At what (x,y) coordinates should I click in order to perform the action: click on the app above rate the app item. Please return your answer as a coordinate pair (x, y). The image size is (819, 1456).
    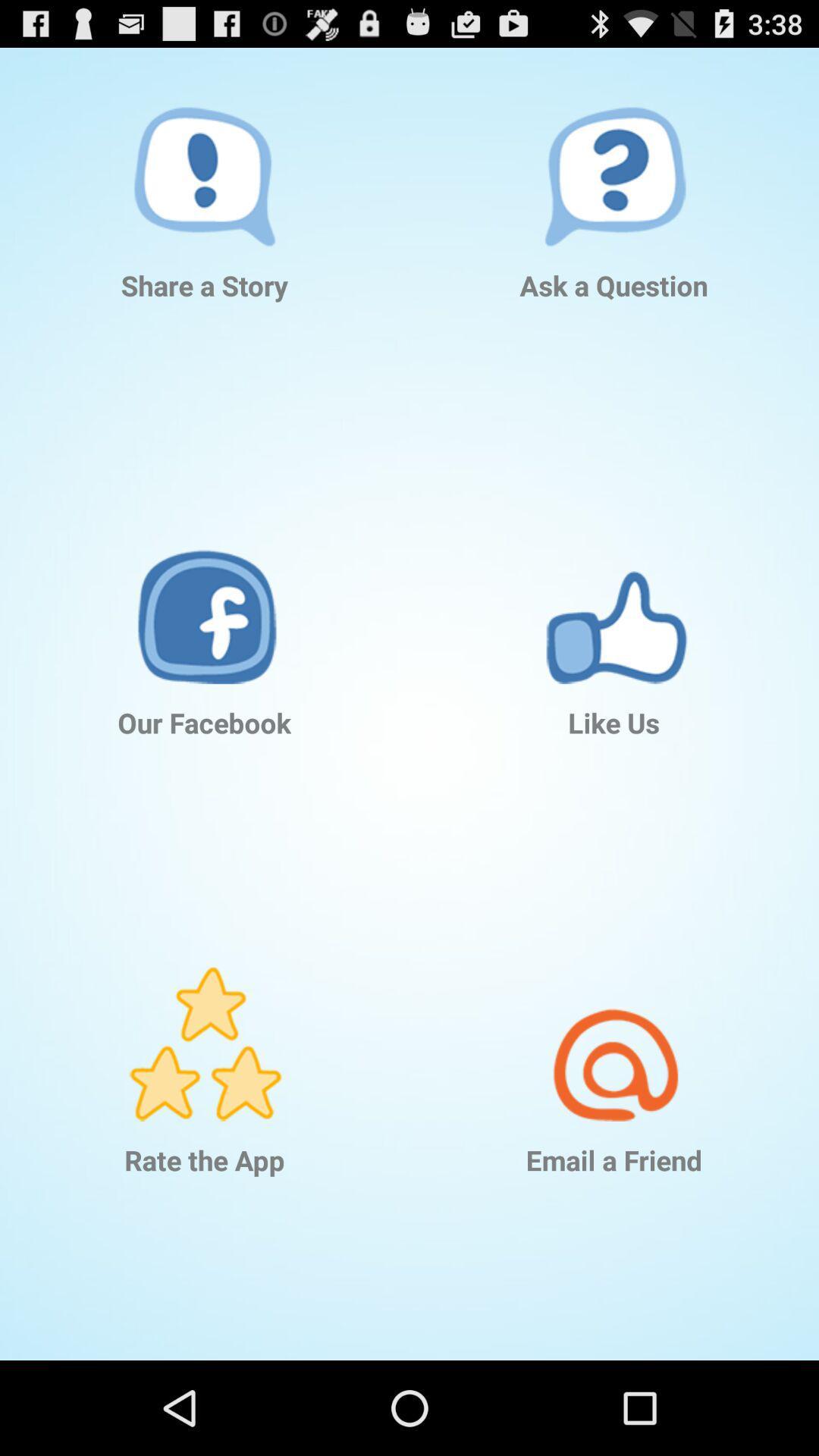
    Looking at the image, I should click on (205, 1021).